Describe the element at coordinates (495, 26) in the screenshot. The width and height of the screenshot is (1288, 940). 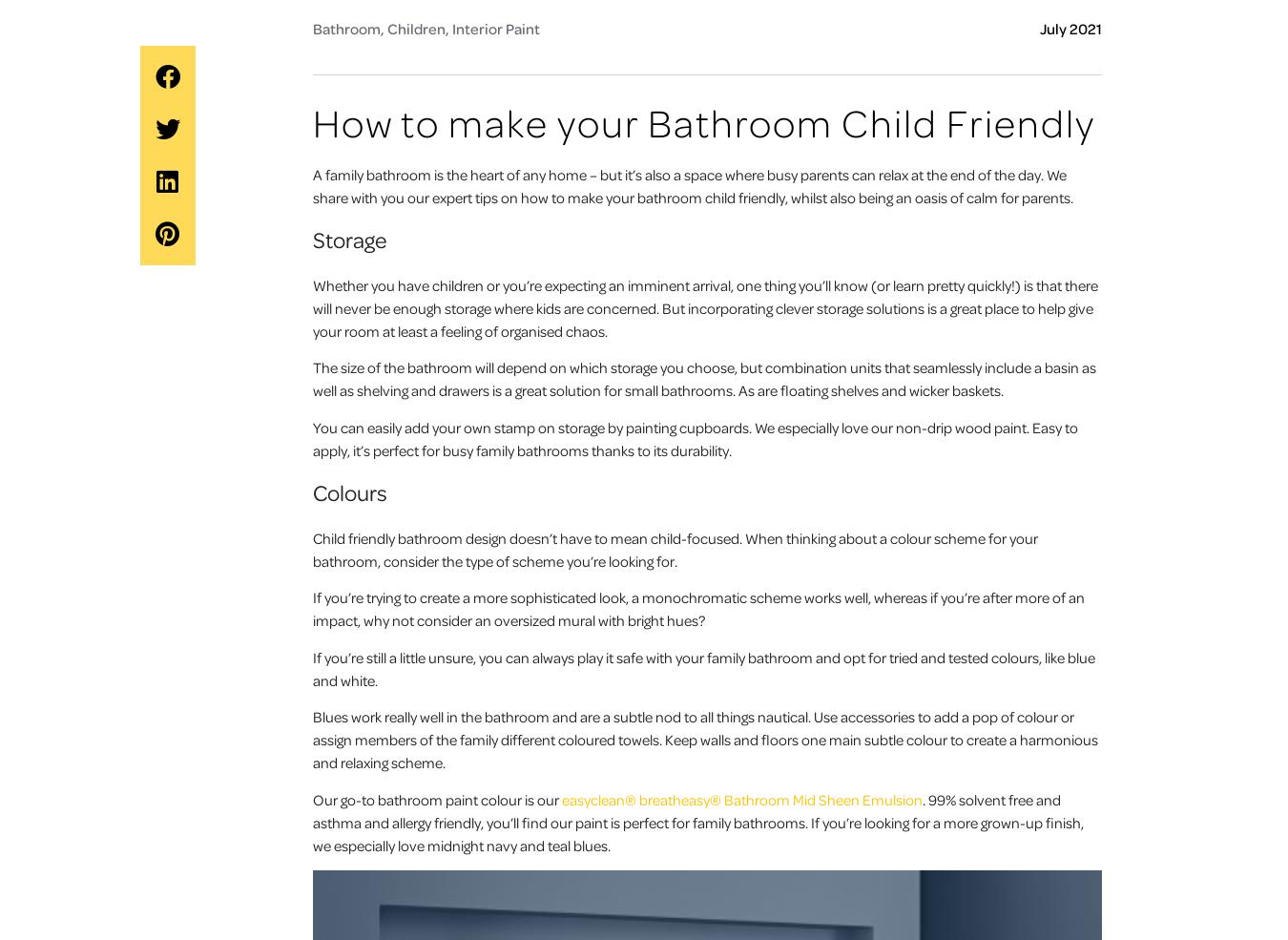
I see `'Interior Paint'` at that location.